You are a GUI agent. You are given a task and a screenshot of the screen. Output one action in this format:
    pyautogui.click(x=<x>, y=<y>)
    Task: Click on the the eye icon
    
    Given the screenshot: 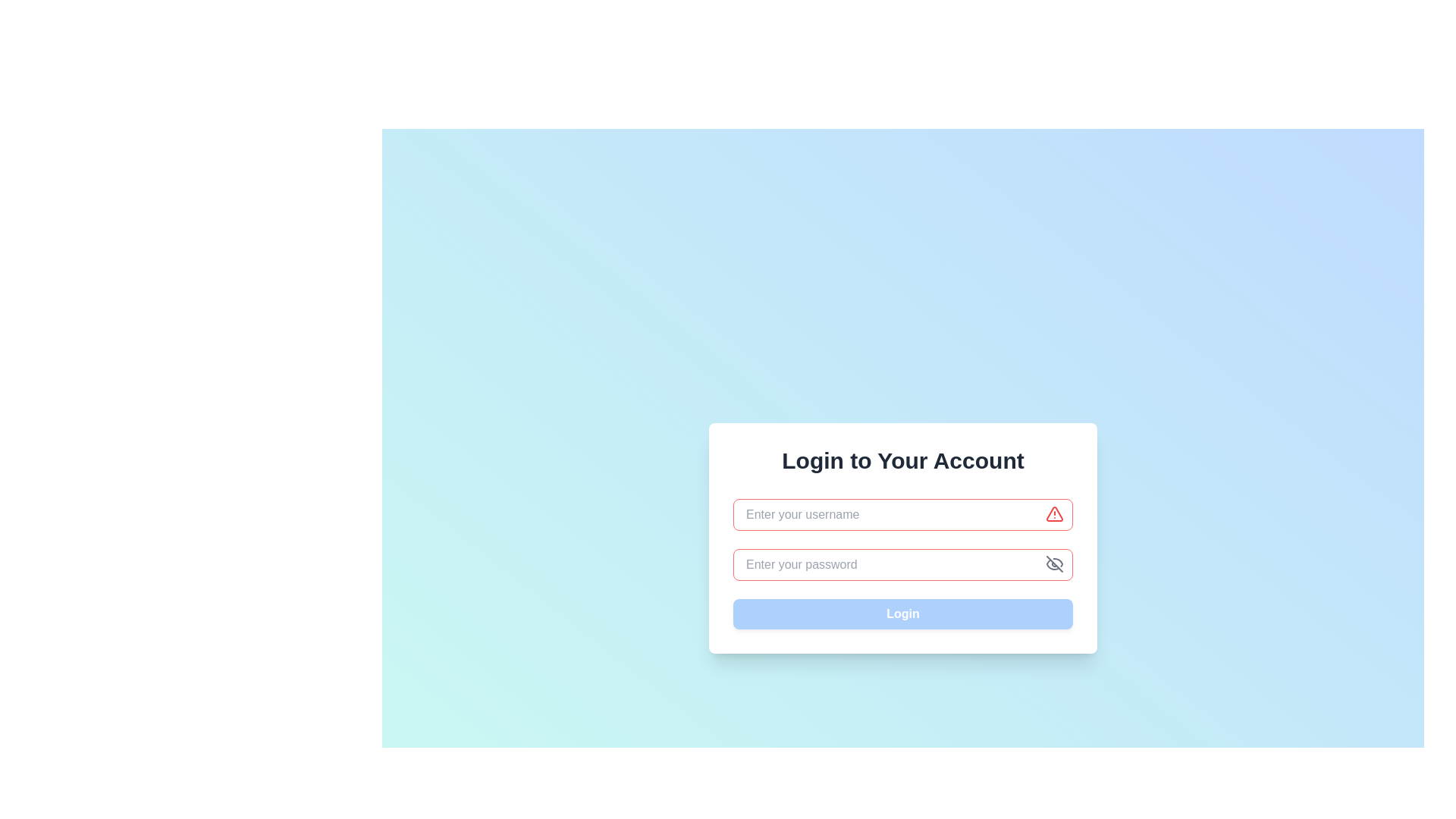 What is the action you would take?
    pyautogui.click(x=902, y=564)
    